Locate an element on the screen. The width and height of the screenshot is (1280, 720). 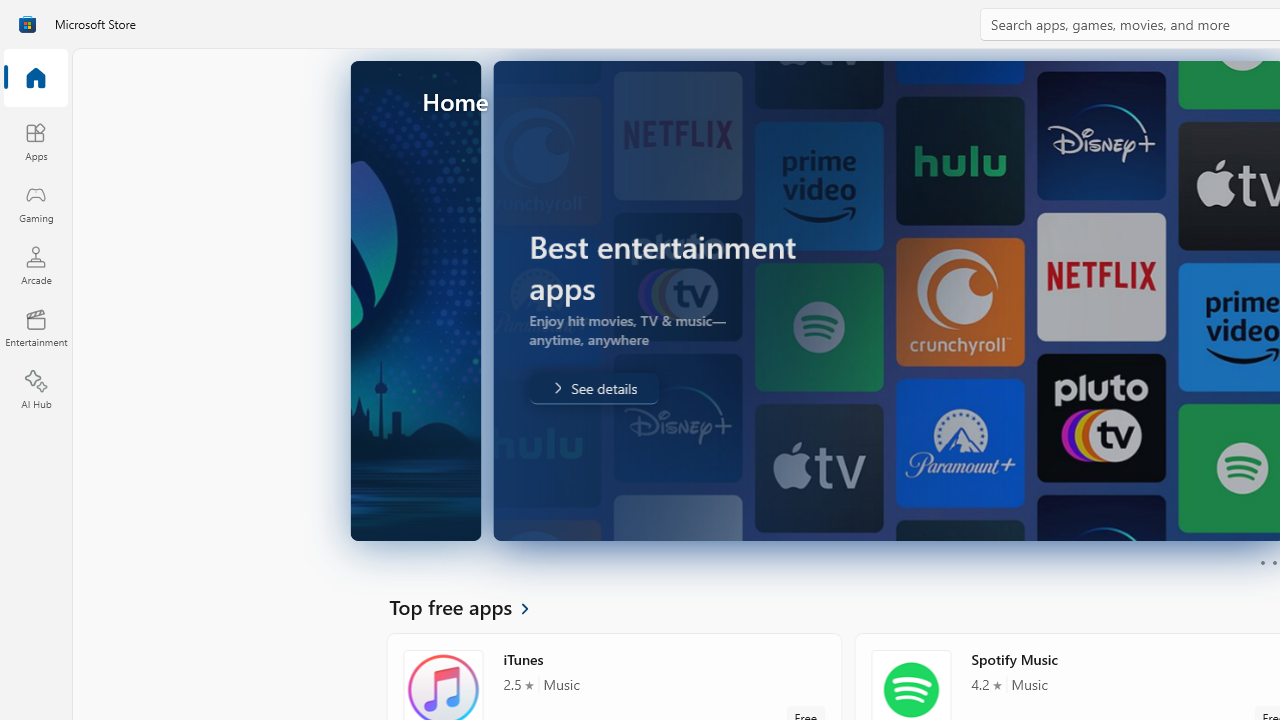
'Gaming' is located at coordinates (35, 203).